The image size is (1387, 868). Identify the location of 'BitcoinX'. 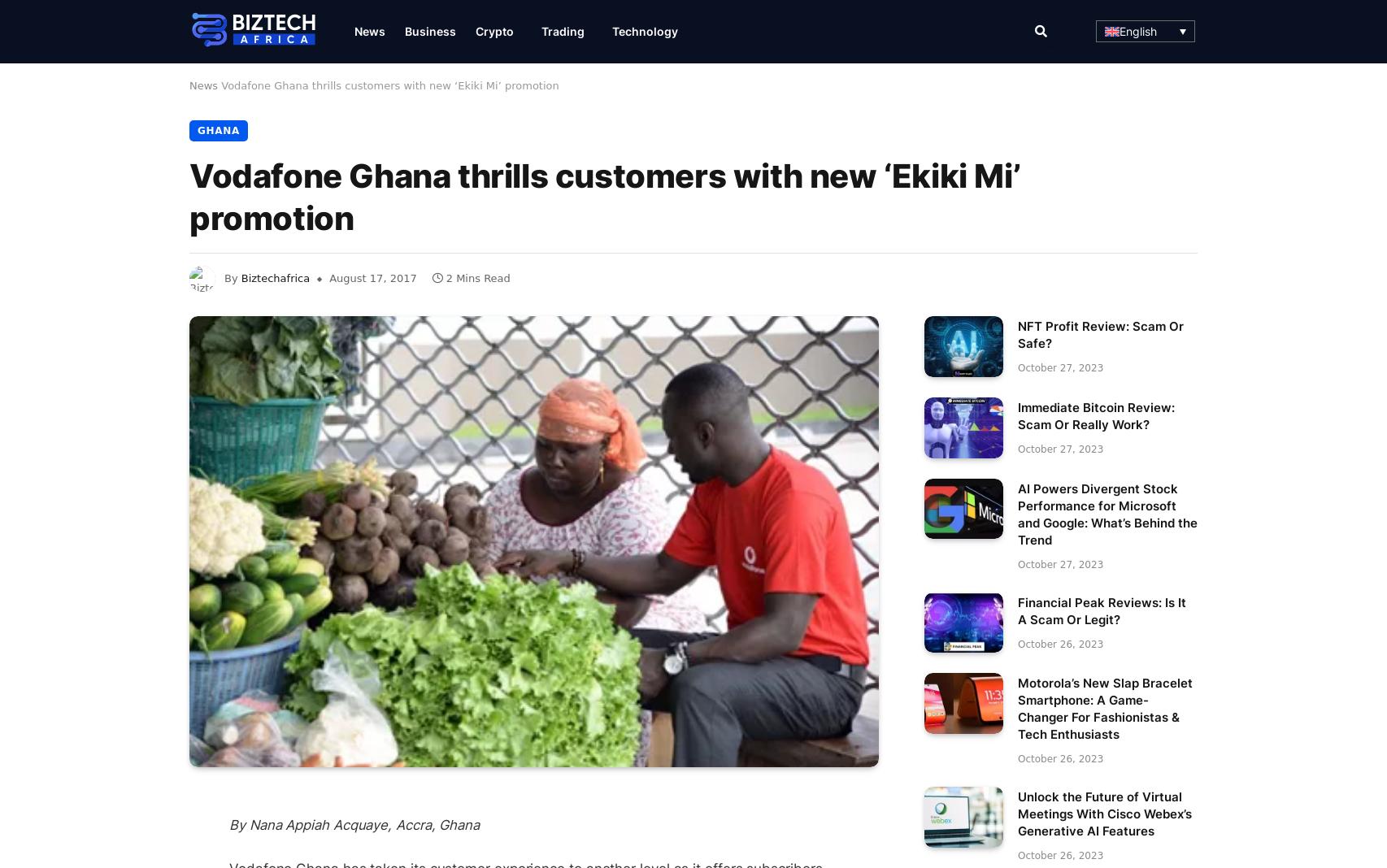
(872, 500).